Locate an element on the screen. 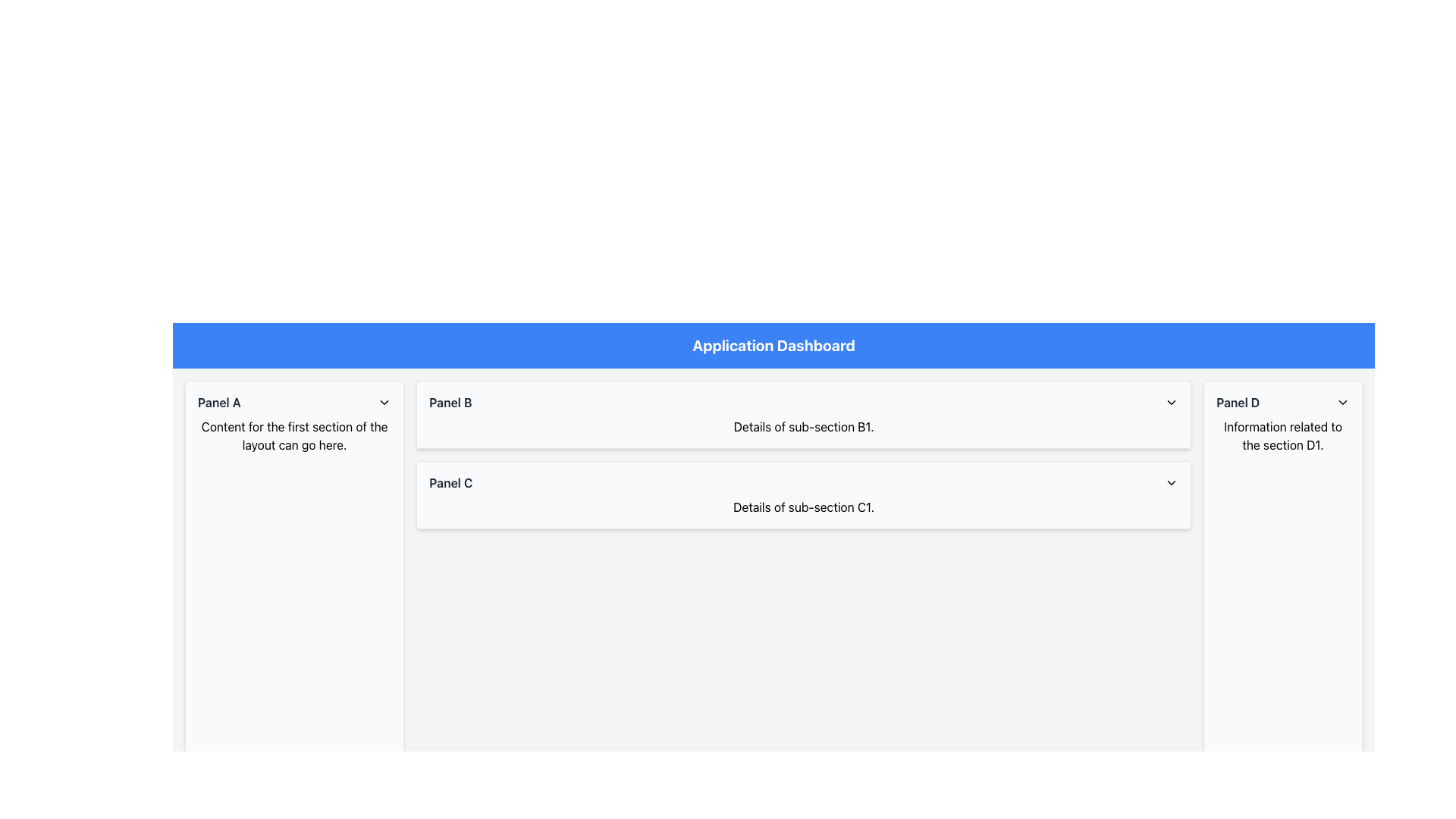 This screenshot has height=819, width=1456. the static text element providing information for subsection 'B1' within 'Panel B', located below the panel's header is located at coordinates (803, 427).